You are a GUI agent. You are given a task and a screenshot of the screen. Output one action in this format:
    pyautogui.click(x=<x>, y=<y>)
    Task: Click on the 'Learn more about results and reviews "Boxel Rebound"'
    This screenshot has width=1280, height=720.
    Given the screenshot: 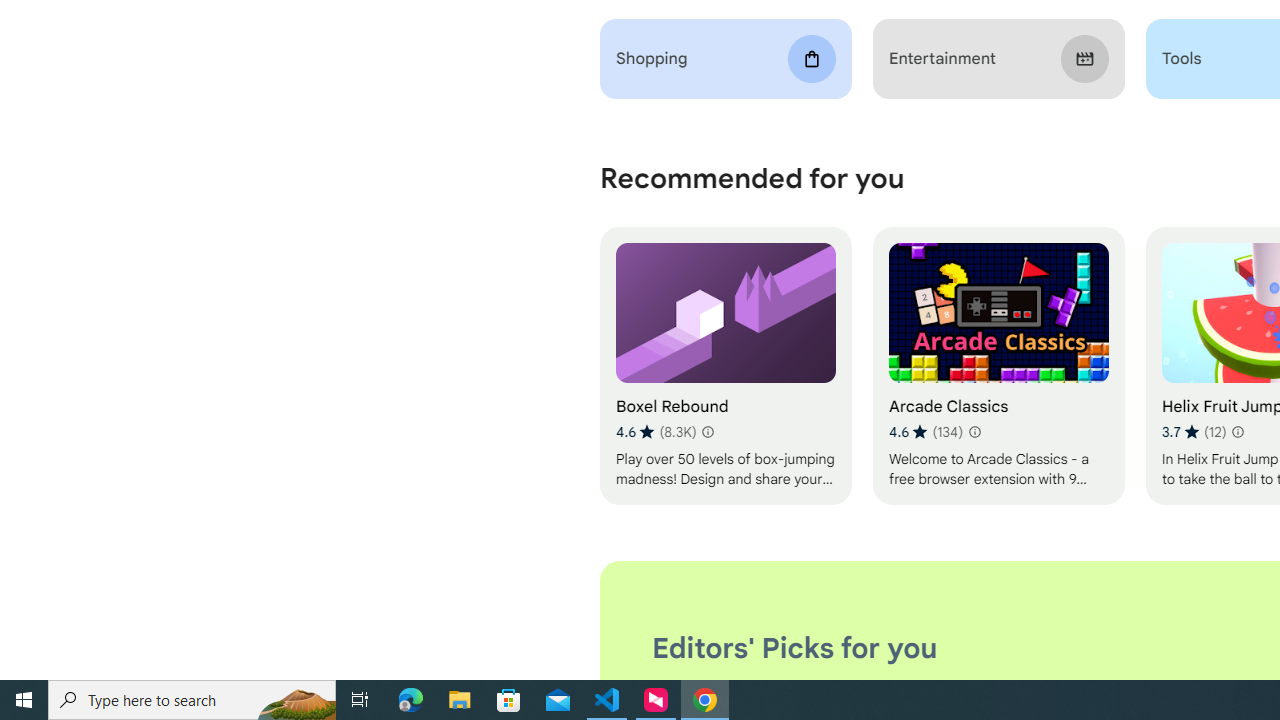 What is the action you would take?
    pyautogui.click(x=707, y=431)
    